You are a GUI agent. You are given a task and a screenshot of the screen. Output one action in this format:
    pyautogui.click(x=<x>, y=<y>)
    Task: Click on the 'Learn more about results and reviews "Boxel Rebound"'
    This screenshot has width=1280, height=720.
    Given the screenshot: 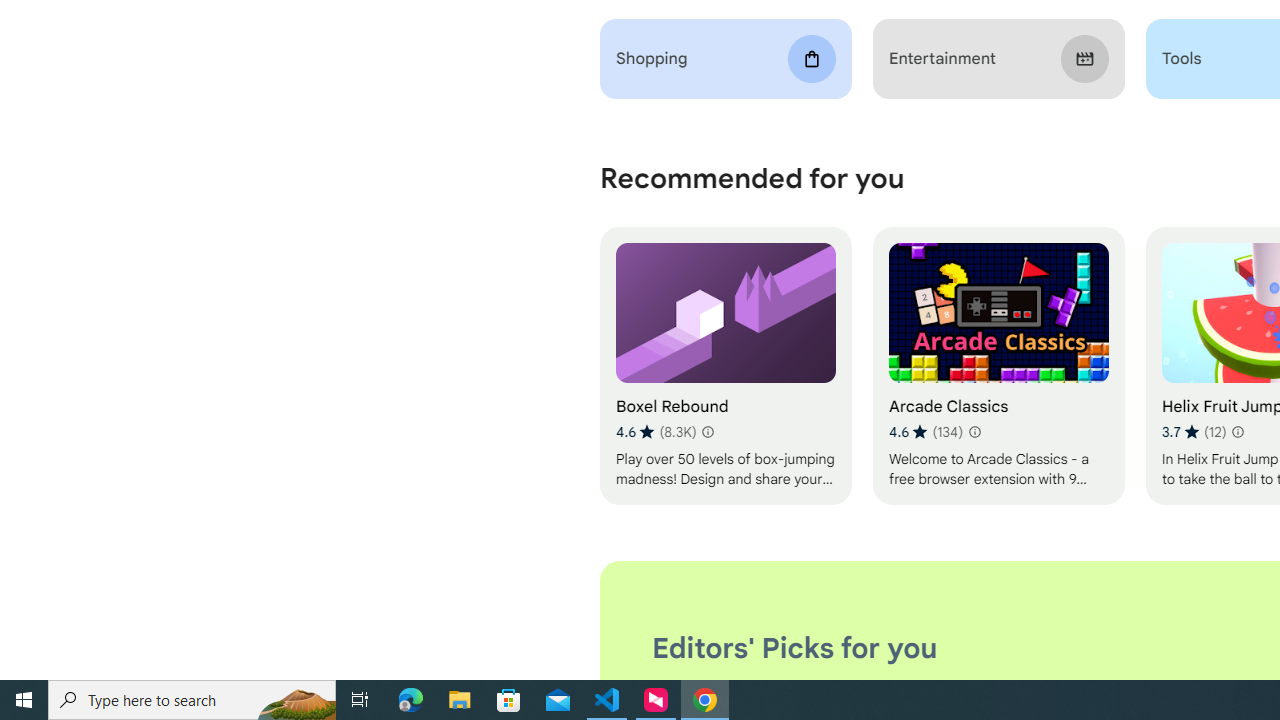 What is the action you would take?
    pyautogui.click(x=707, y=431)
    